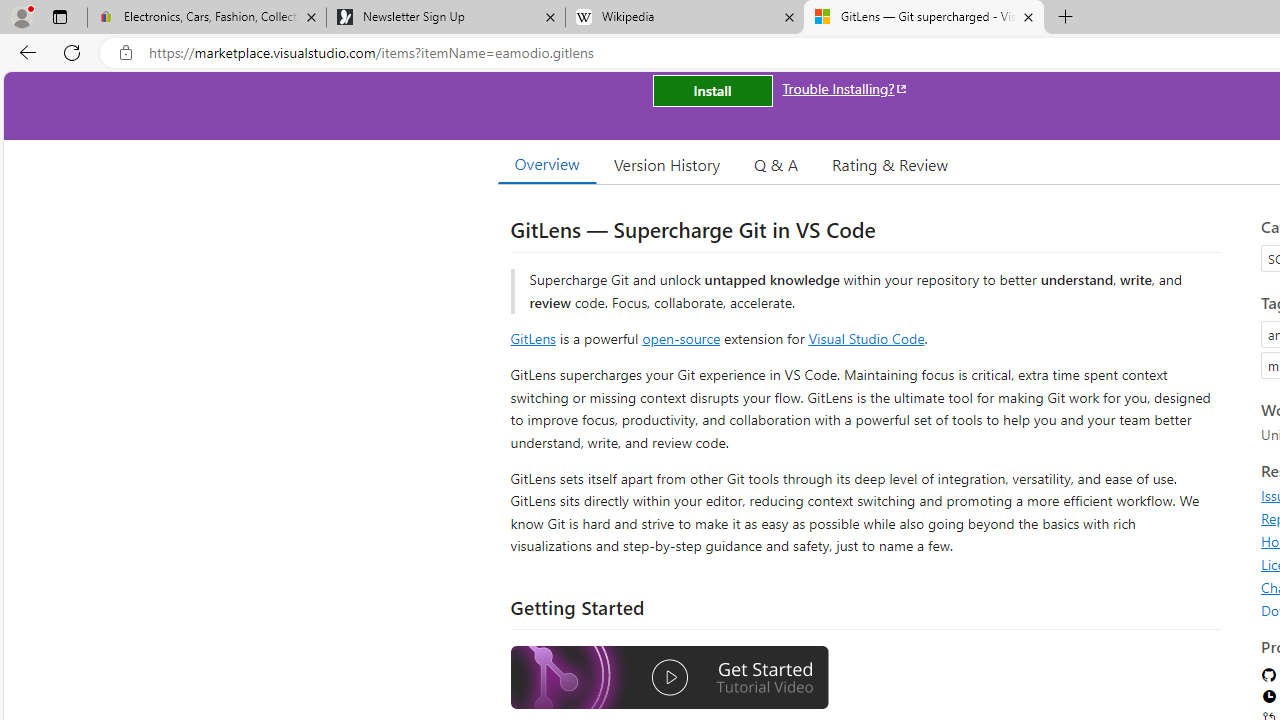  I want to click on 'Q & A', so click(775, 163).